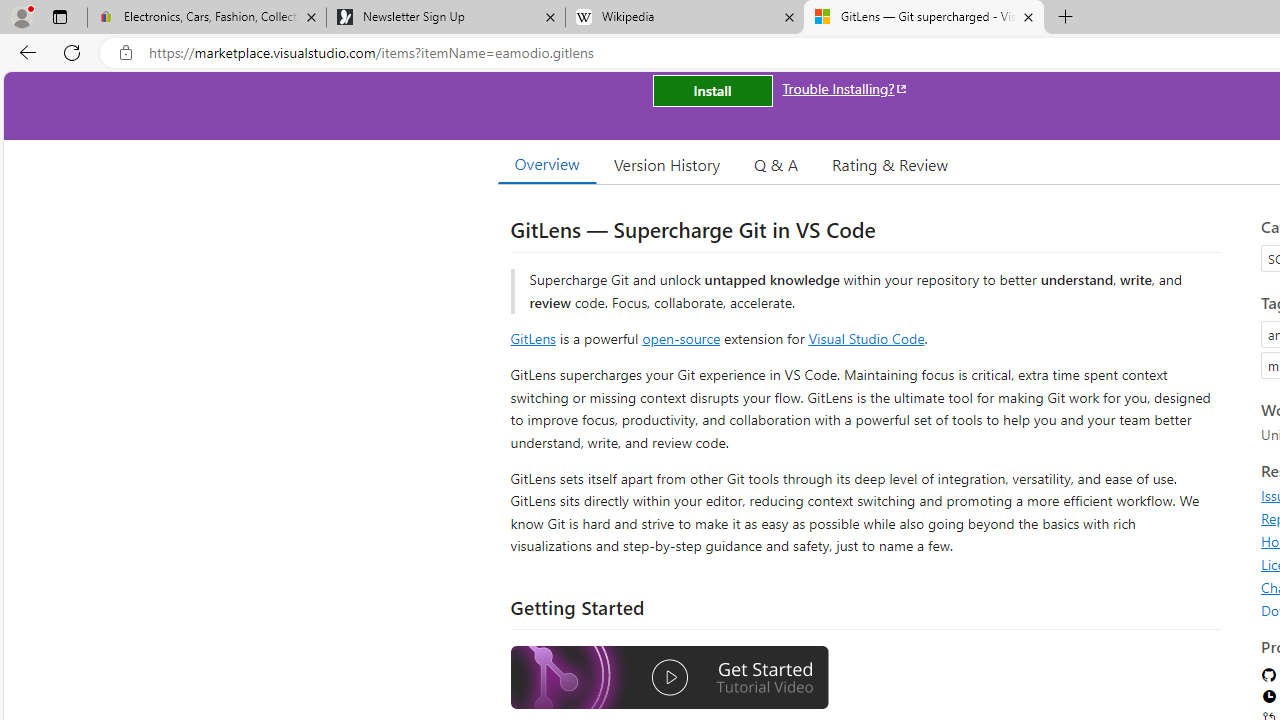  I want to click on 'Q & A', so click(775, 163).